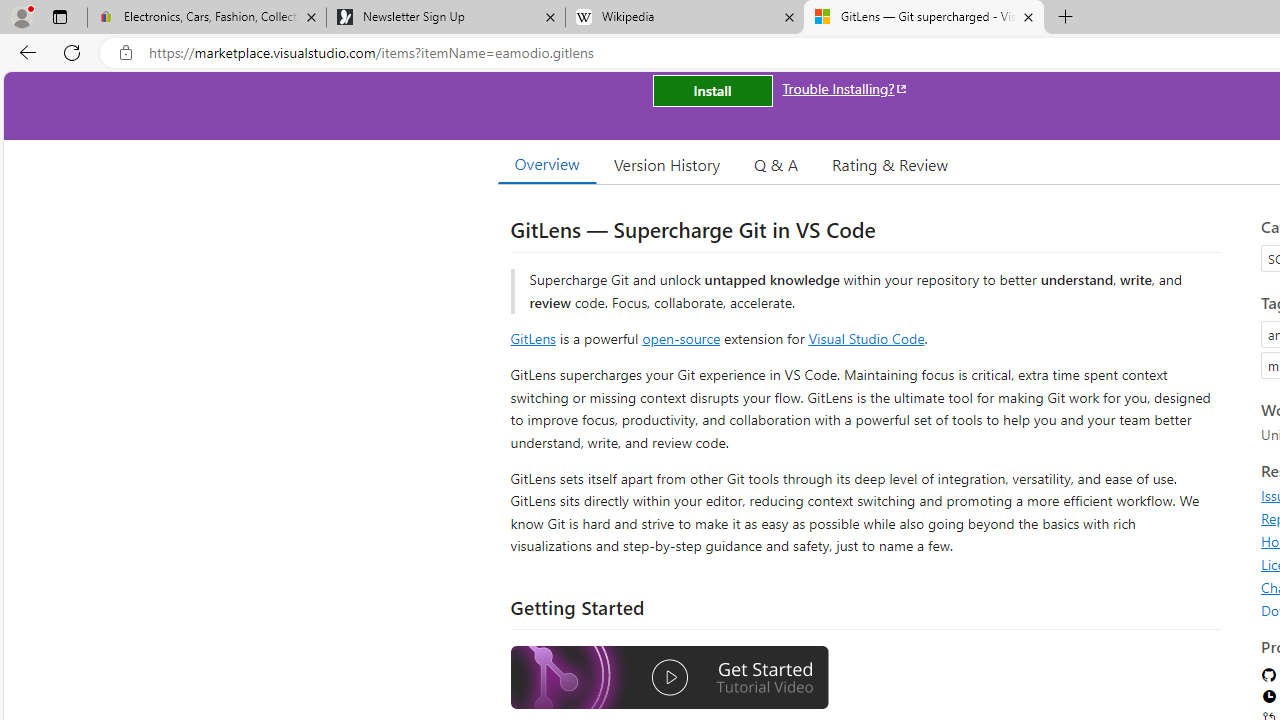  I want to click on 'Q & A', so click(775, 163).